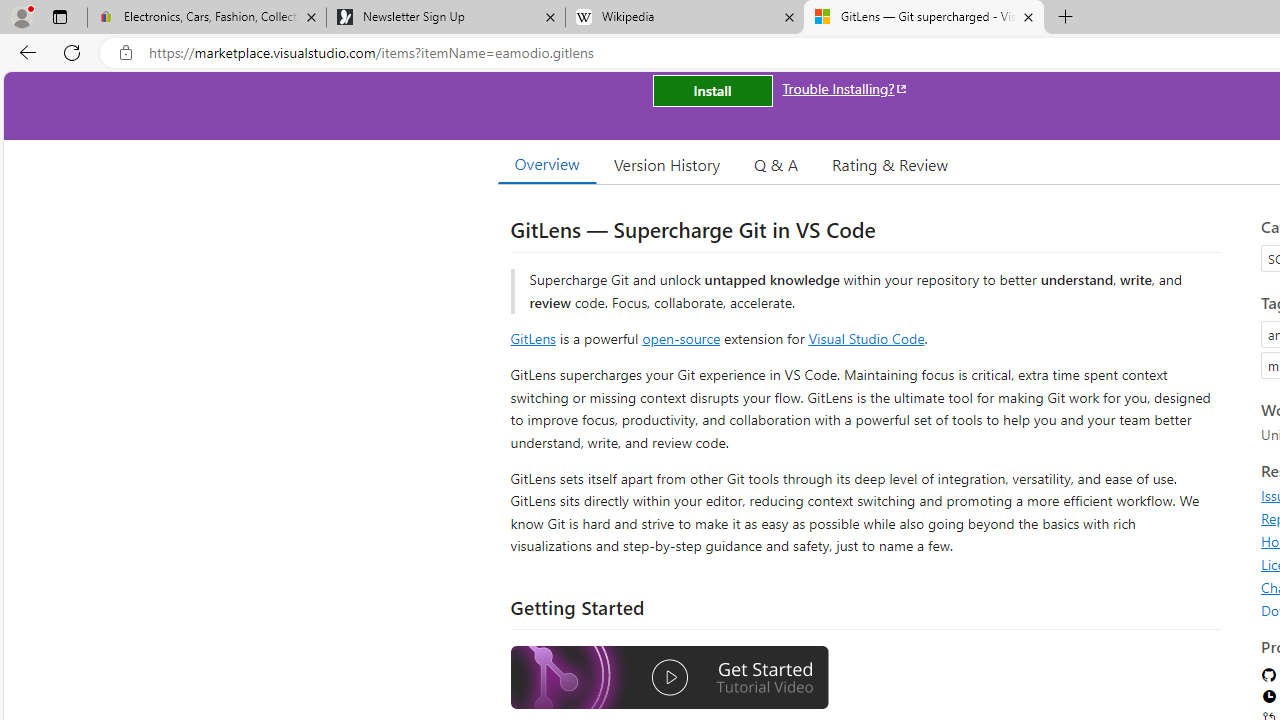  I want to click on 'Q & A', so click(775, 163).